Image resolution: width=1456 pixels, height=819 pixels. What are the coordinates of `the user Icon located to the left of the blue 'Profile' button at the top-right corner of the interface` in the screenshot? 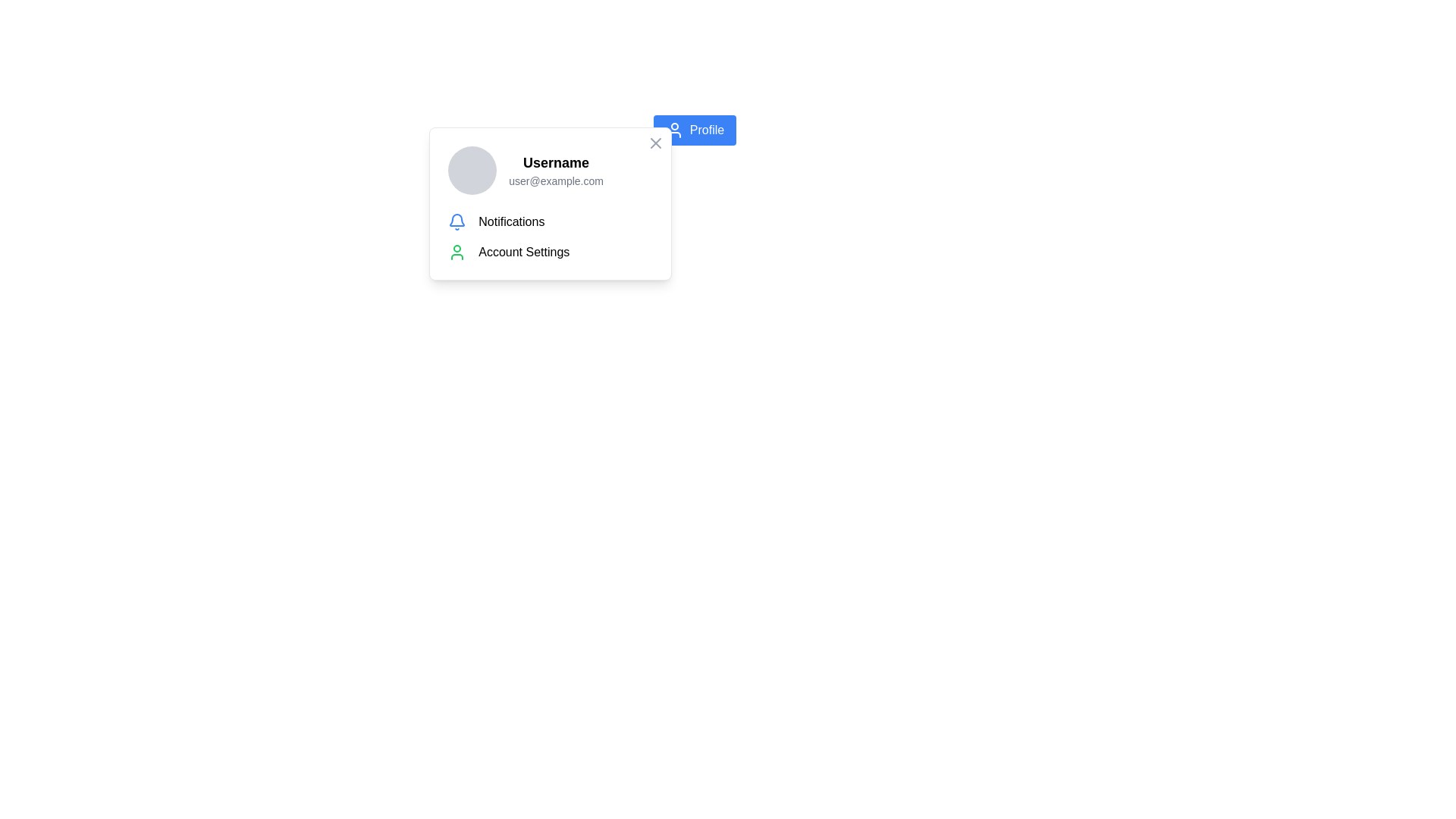 It's located at (673, 130).